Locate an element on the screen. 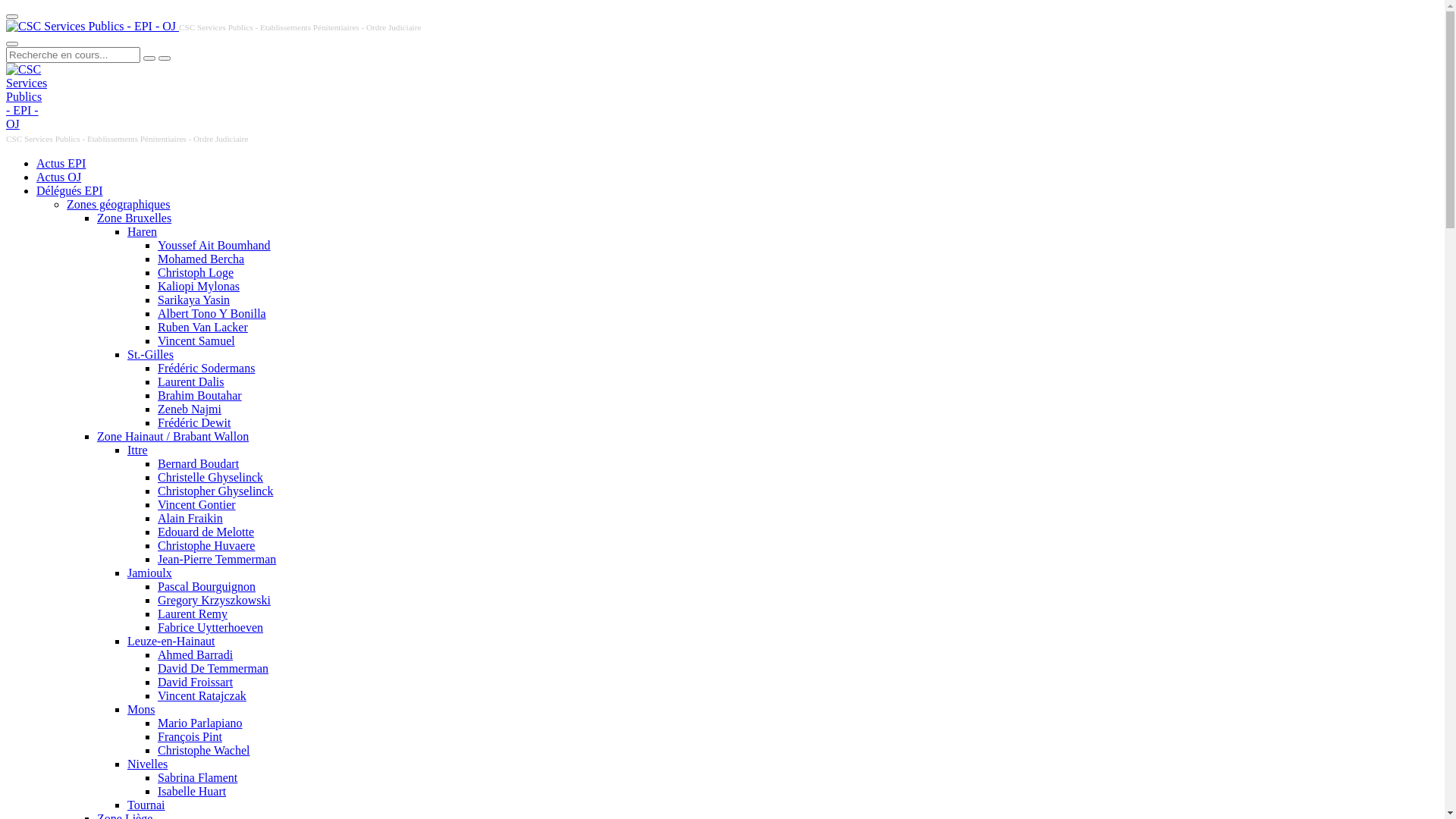 Image resolution: width=1456 pixels, height=819 pixels. 'Brahim Boutahar' is located at coordinates (199, 394).